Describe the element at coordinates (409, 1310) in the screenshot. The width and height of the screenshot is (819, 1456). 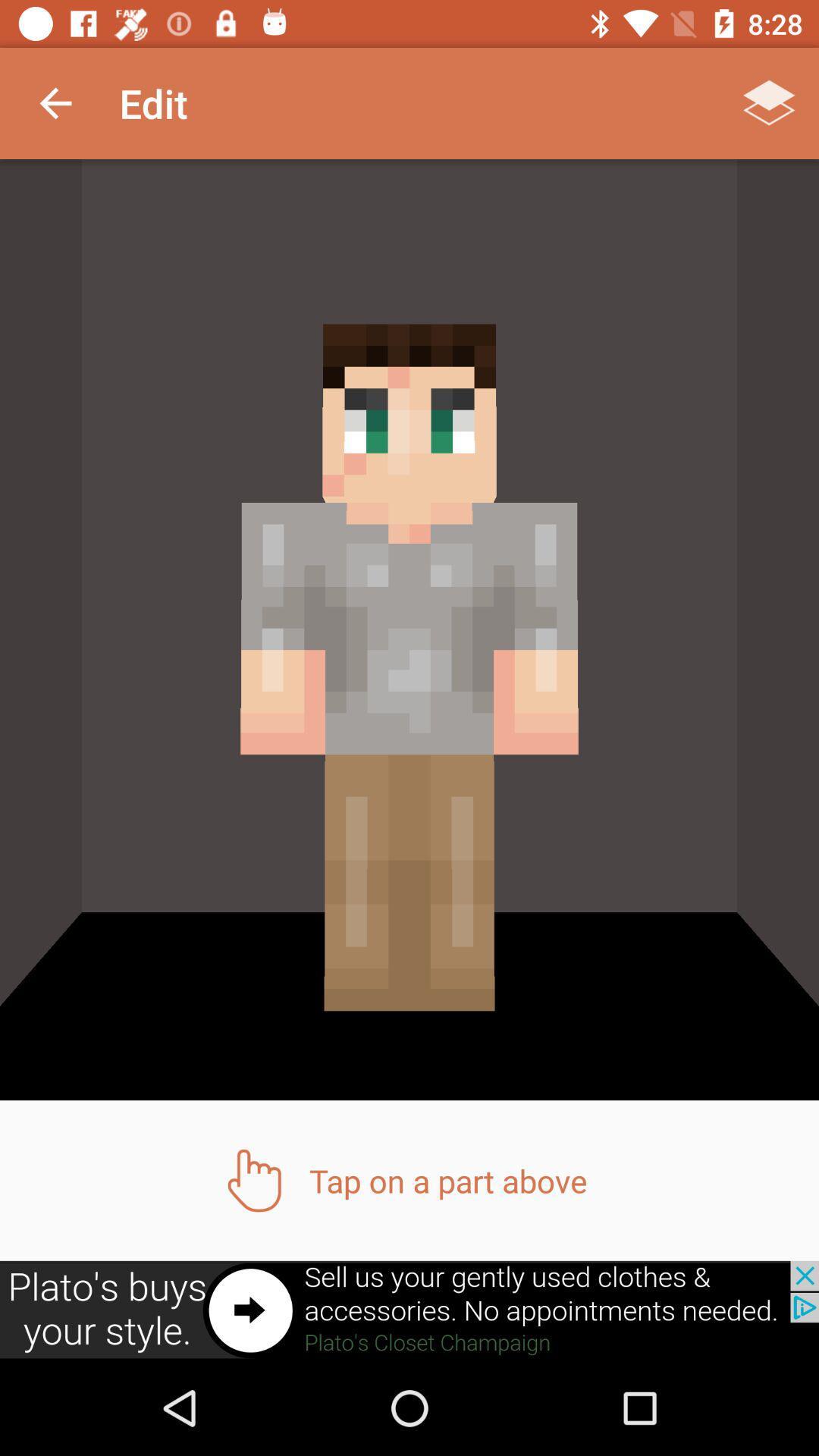
I see `advertisement` at that location.